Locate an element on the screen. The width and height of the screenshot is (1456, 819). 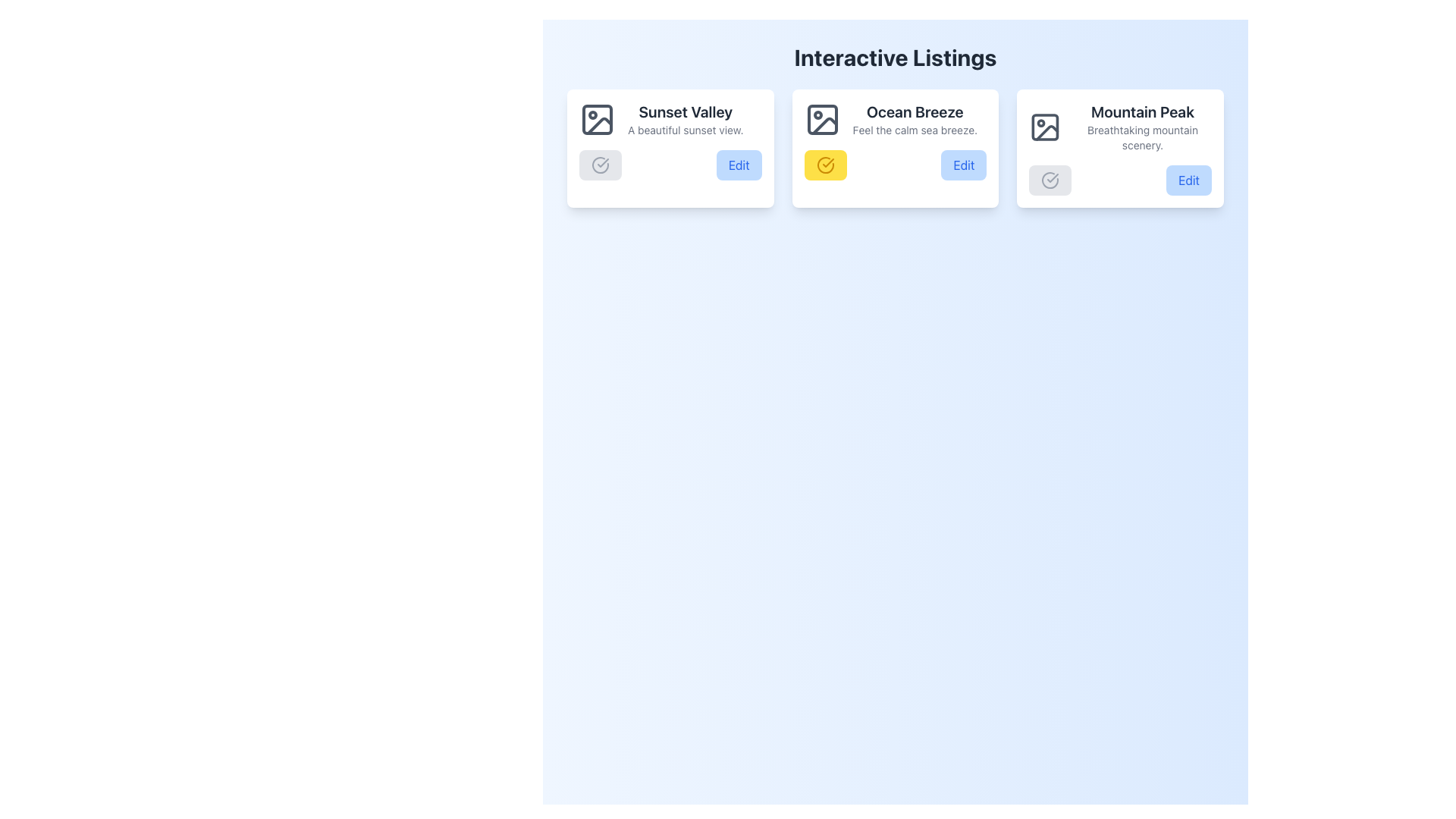
the decorative visual element within the 'Mountain Peak' card, which is the third card in the horizontal row of interactive listings is located at coordinates (1044, 127).